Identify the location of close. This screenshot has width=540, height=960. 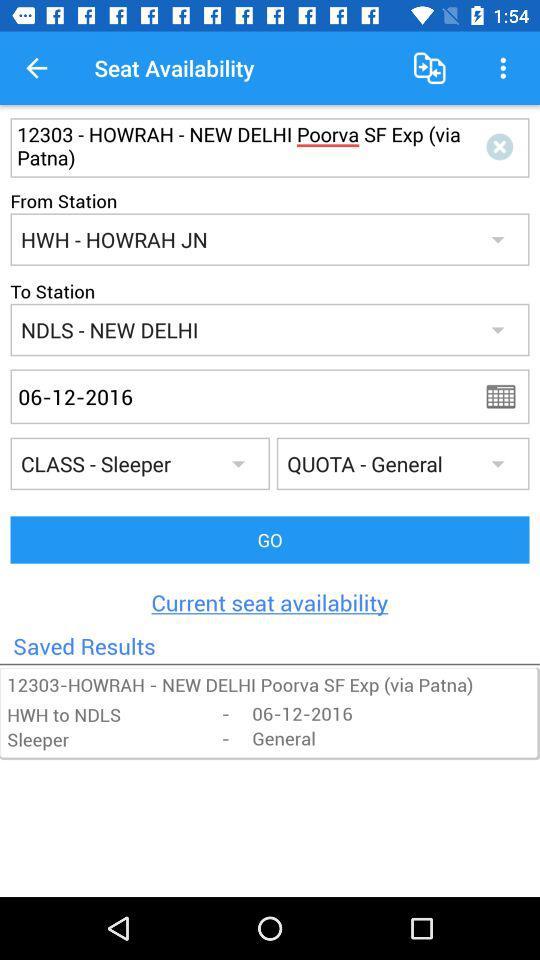
(502, 146).